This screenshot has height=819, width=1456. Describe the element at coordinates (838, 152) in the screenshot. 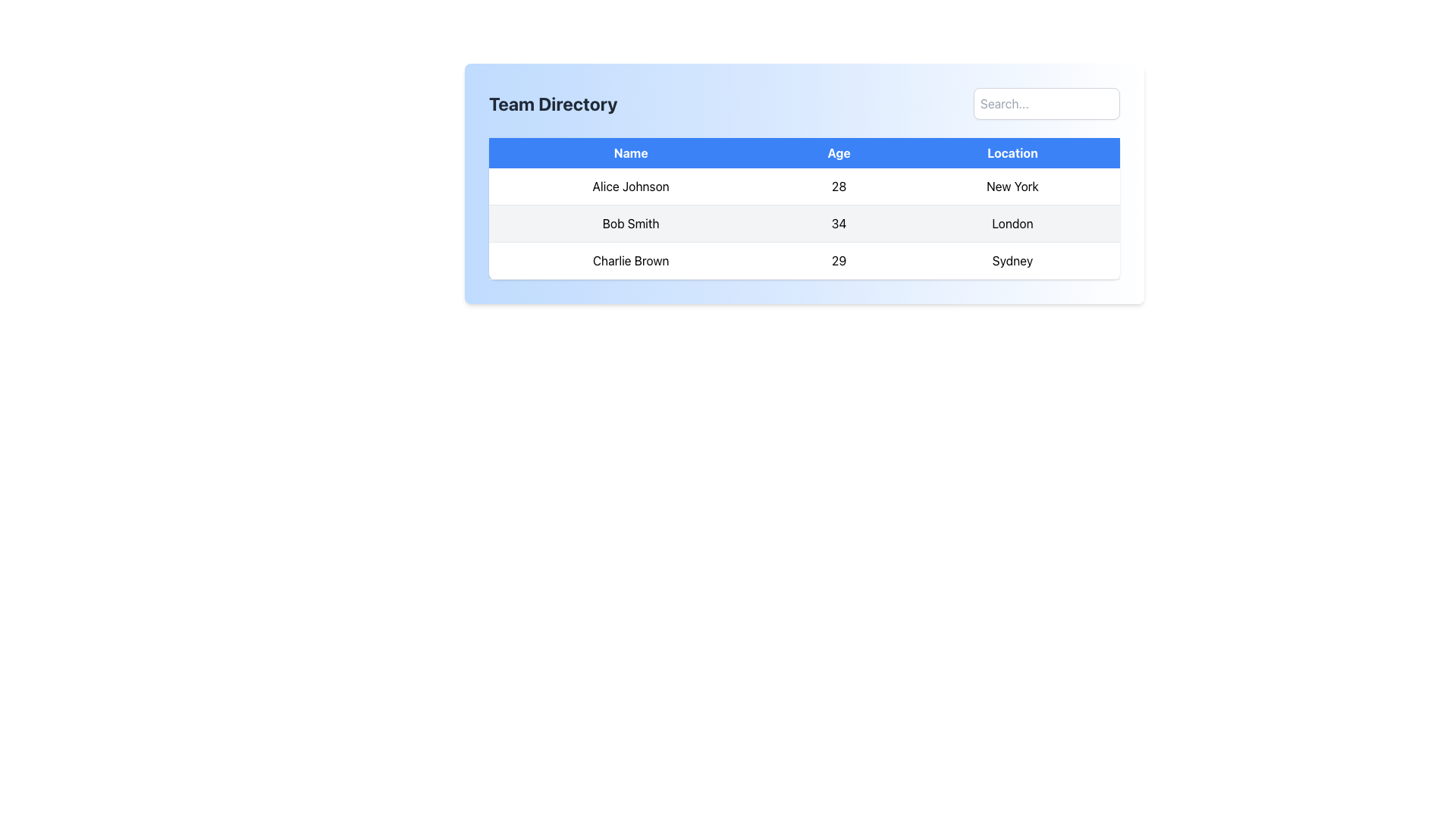

I see `the table header cell labeled 'Age', which is styled with bold, white text on a blue background and is the second column in the header row of the table` at that location.